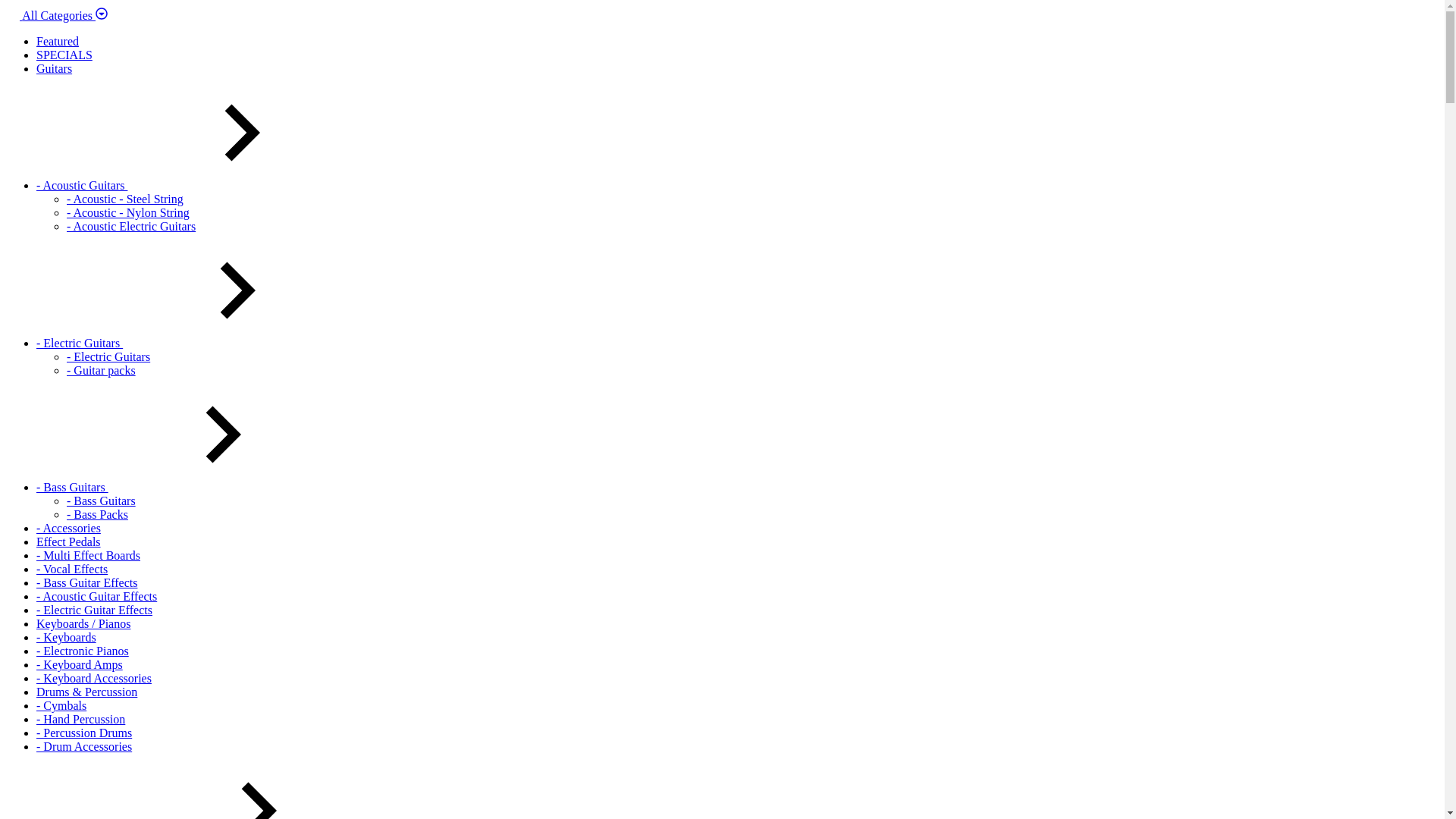  What do you see at coordinates (108, 356) in the screenshot?
I see `'- Electric Guitars'` at bounding box center [108, 356].